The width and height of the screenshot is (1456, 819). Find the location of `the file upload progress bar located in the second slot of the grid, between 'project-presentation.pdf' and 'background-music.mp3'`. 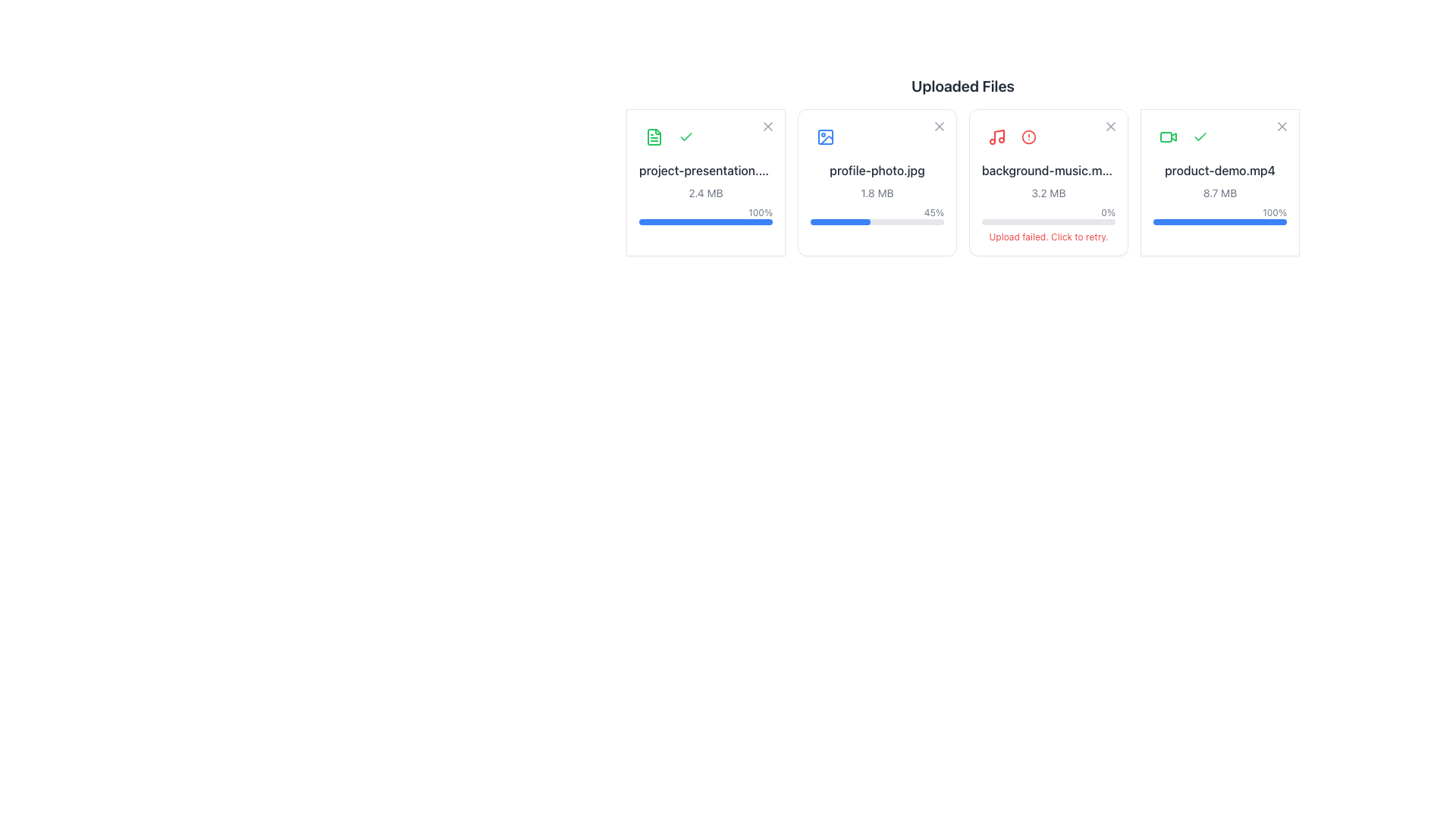

the file upload progress bar located in the second slot of the grid, between 'project-presentation.pdf' and 'background-music.mp3' is located at coordinates (877, 192).